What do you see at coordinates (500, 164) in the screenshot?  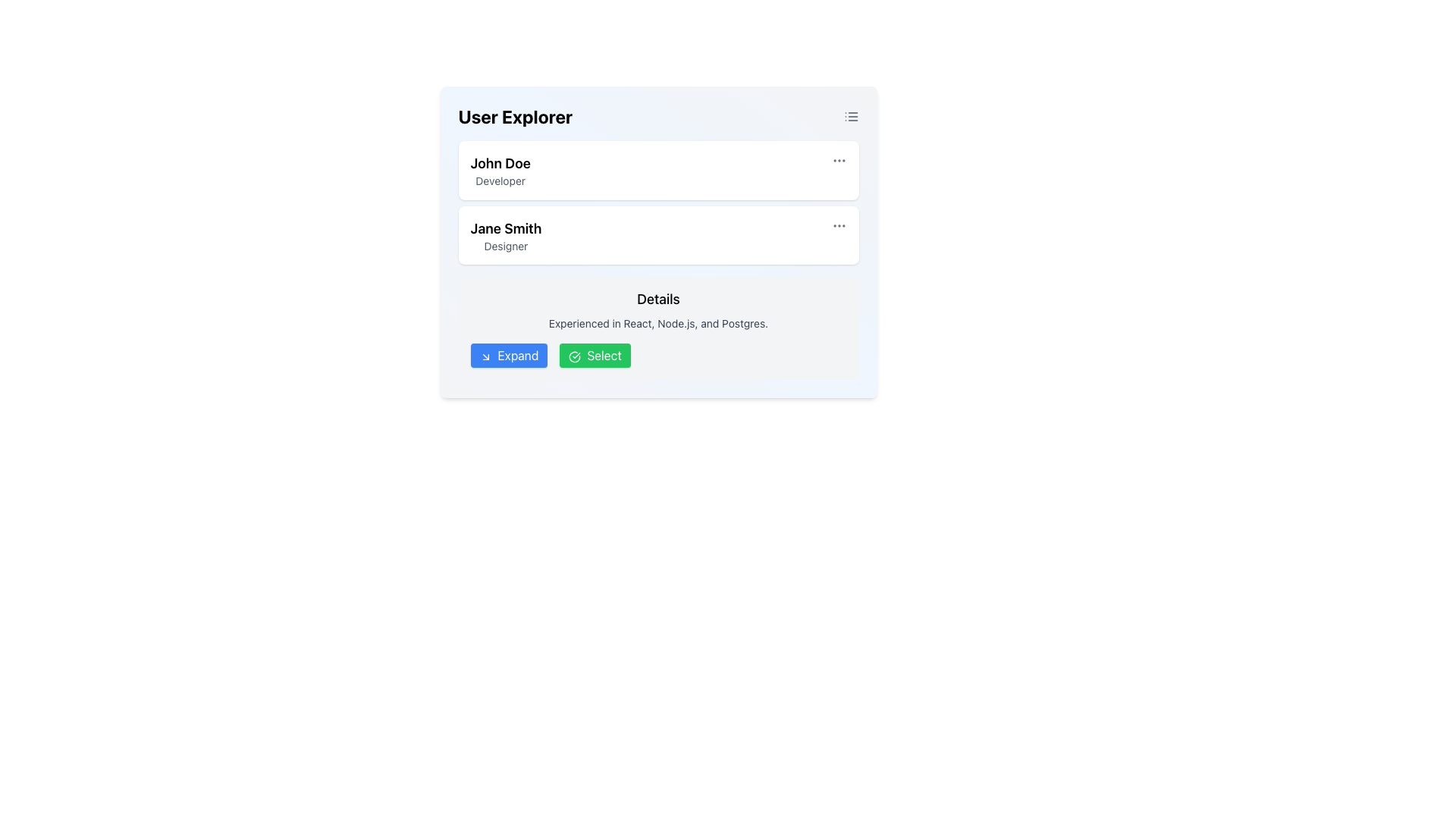 I see `the text label 'John Doe' at the top of the first card` at bounding box center [500, 164].